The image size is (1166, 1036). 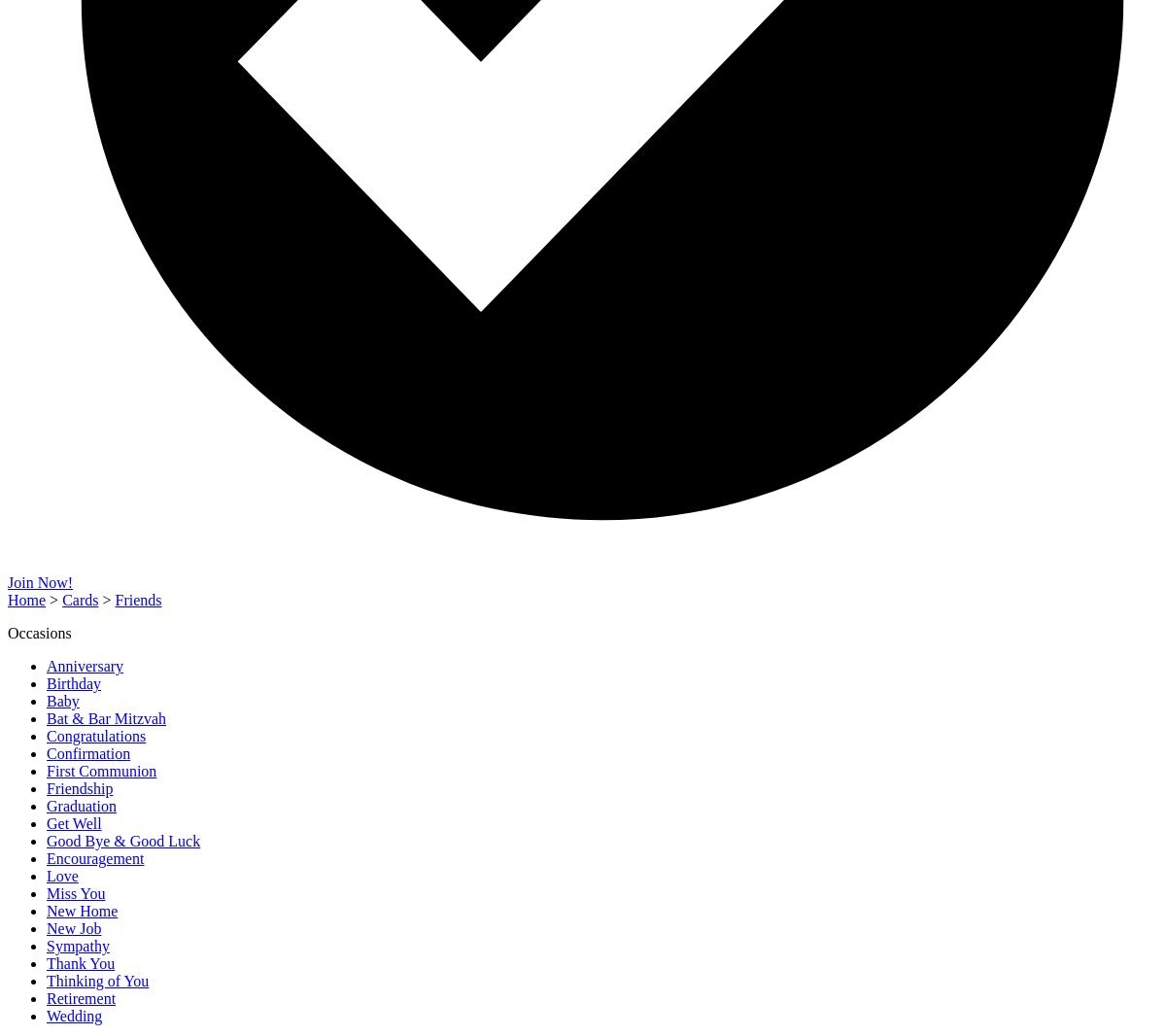 What do you see at coordinates (80, 599) in the screenshot?
I see `'Cards'` at bounding box center [80, 599].